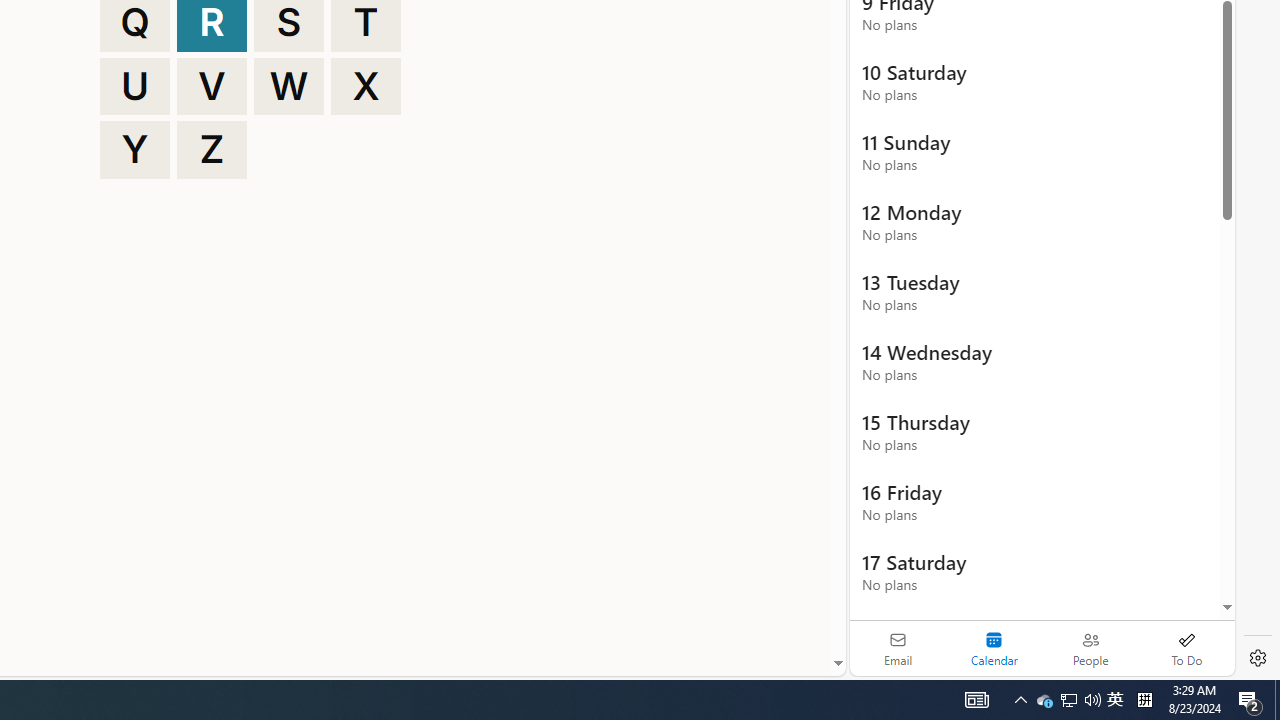 The image size is (1280, 720). What do you see at coordinates (134, 149) in the screenshot?
I see `'Y'` at bounding box center [134, 149].